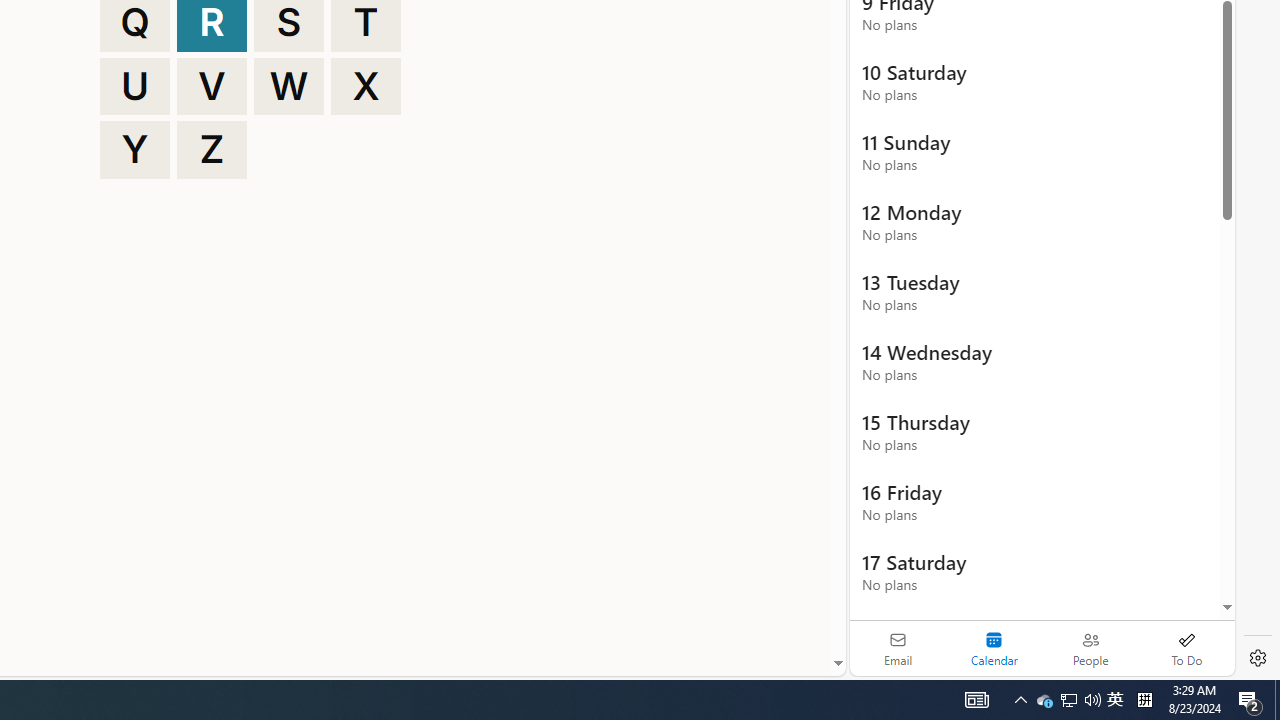 The image size is (1280, 720). What do you see at coordinates (134, 149) in the screenshot?
I see `'Y'` at bounding box center [134, 149].